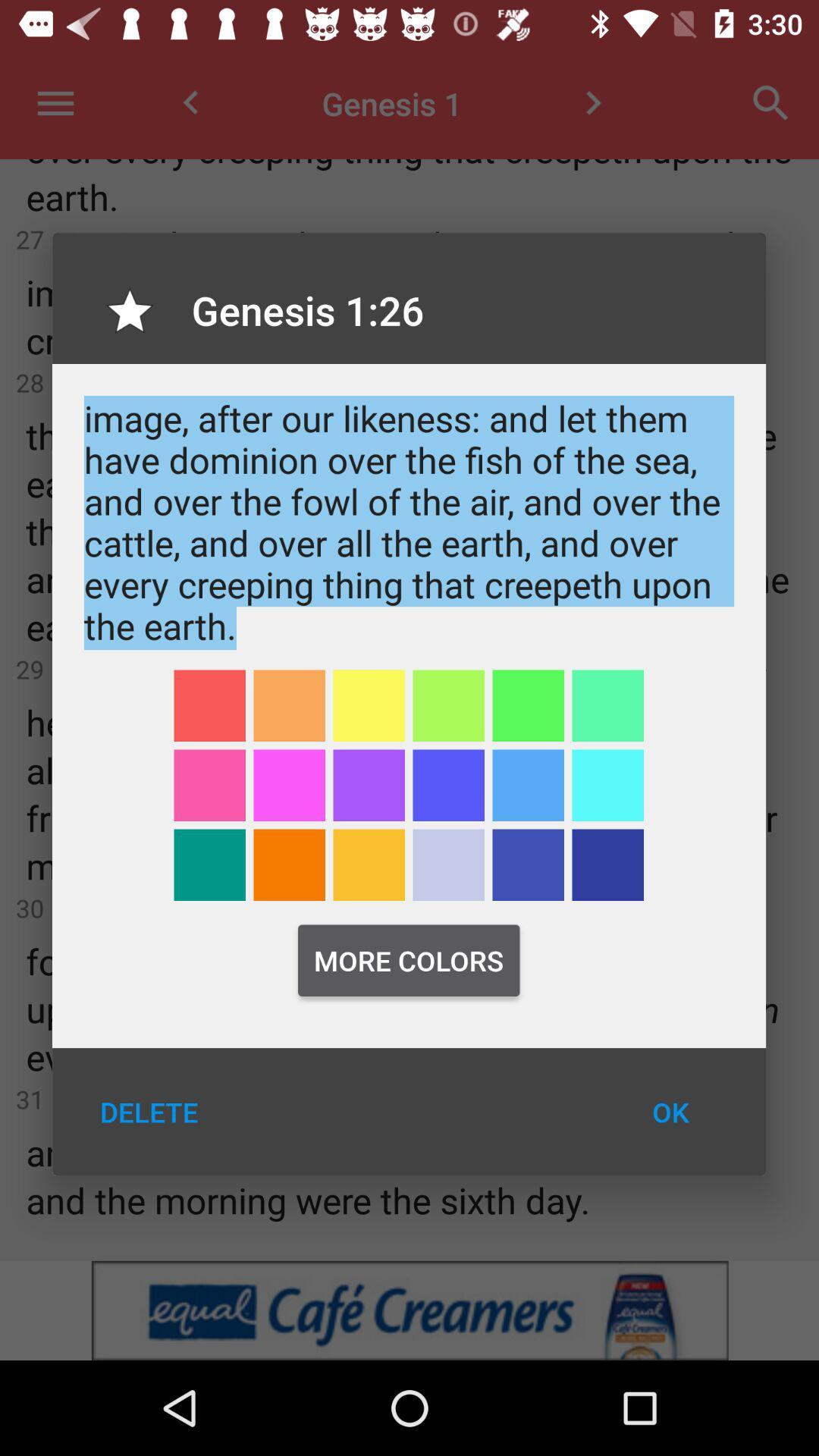  Describe the element at coordinates (607, 785) in the screenshot. I see `color blue` at that location.